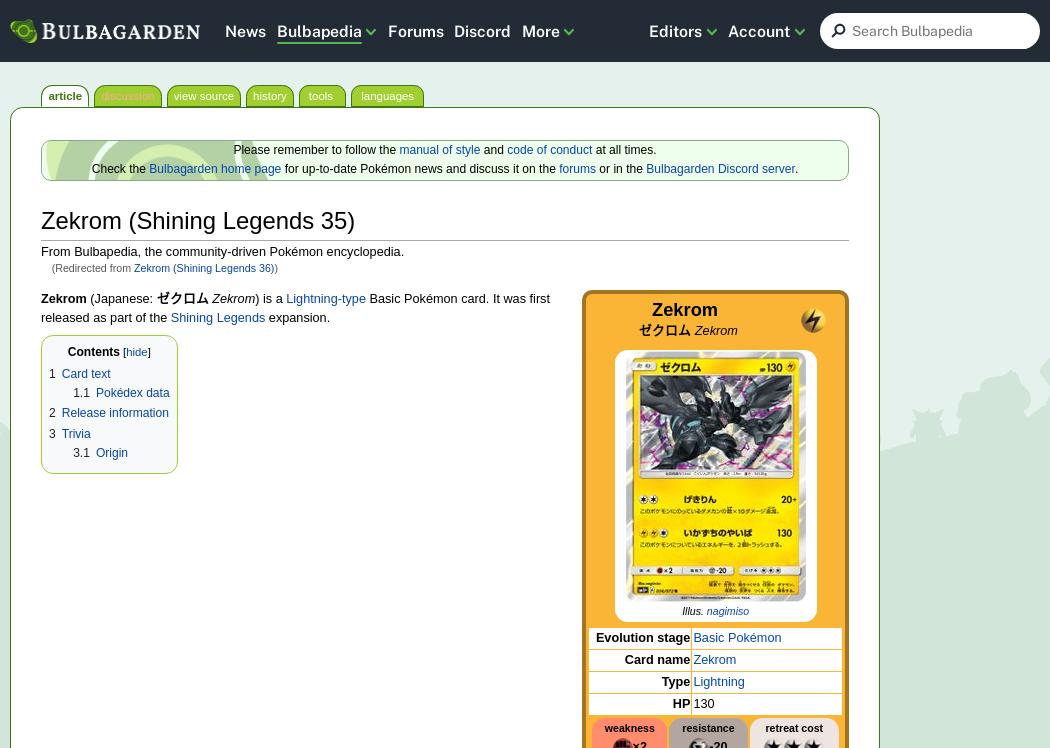  I want to click on 'and', so click(492, 148).